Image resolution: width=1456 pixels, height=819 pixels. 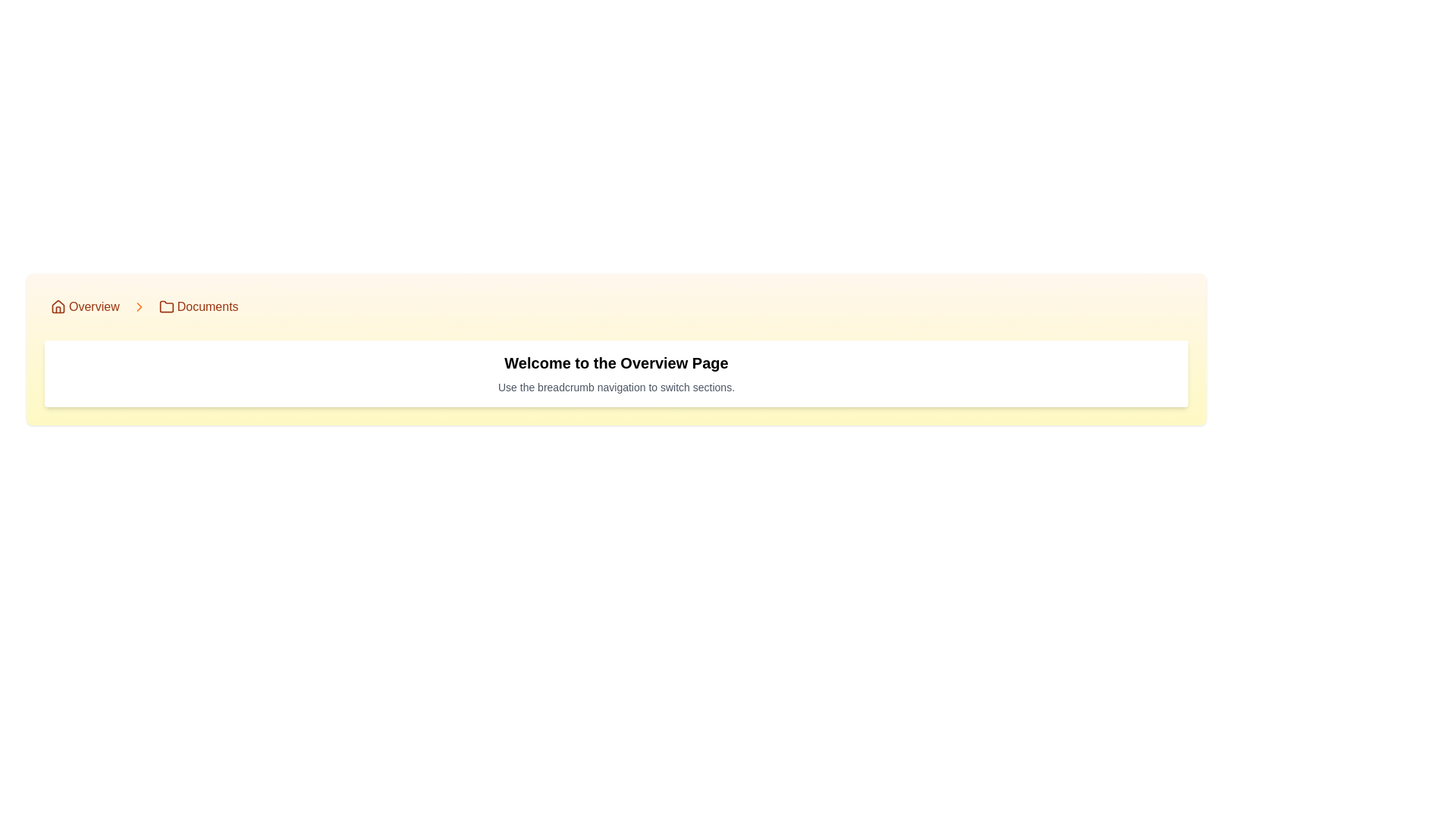 I want to click on the stylized house icon located in the breadcrumb navigation bar at the top left of the interface, which precedes the text 'Overview', so click(x=58, y=306).